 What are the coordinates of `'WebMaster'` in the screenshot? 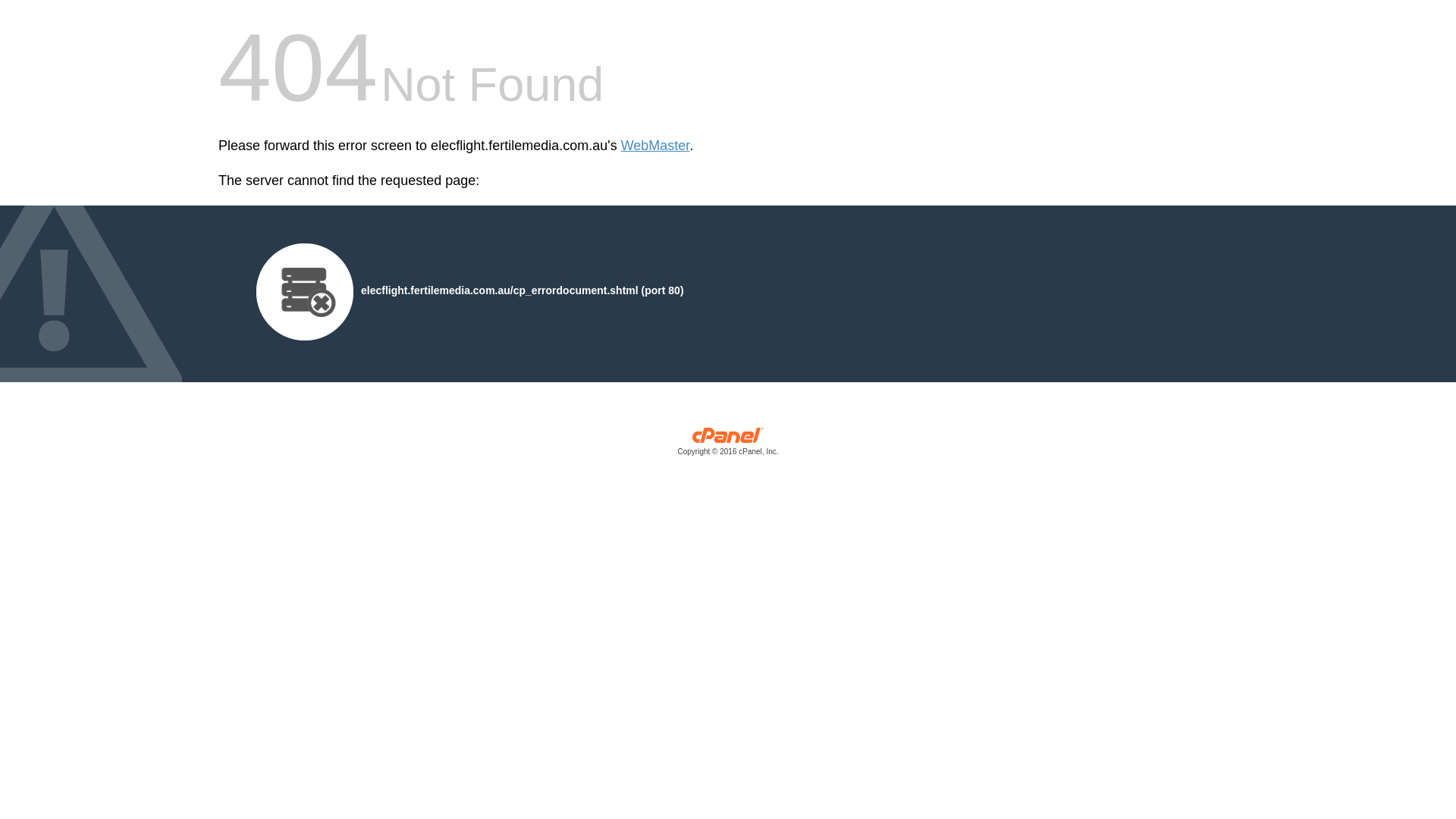 It's located at (655, 146).